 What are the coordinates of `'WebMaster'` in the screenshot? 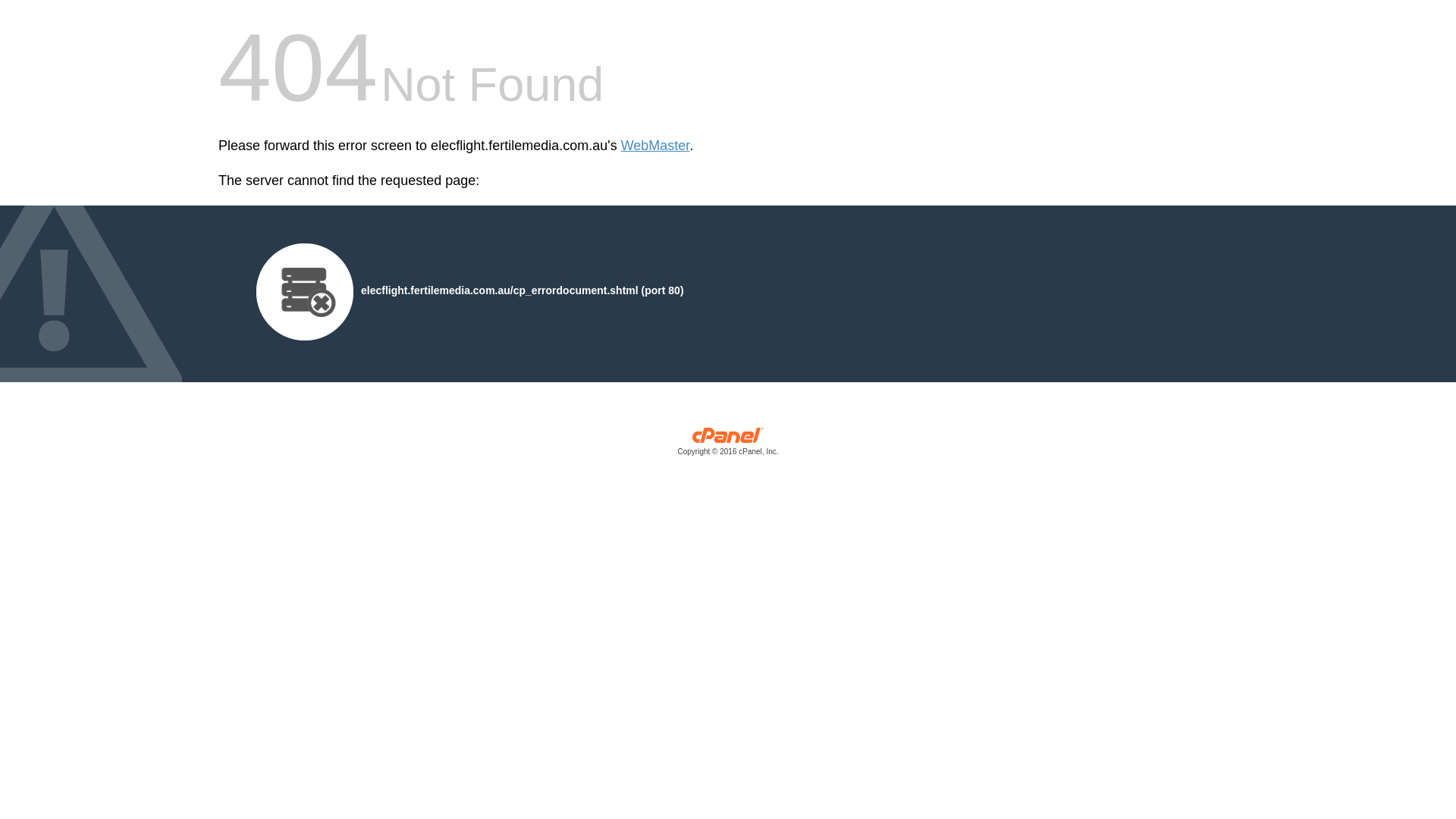 It's located at (655, 146).